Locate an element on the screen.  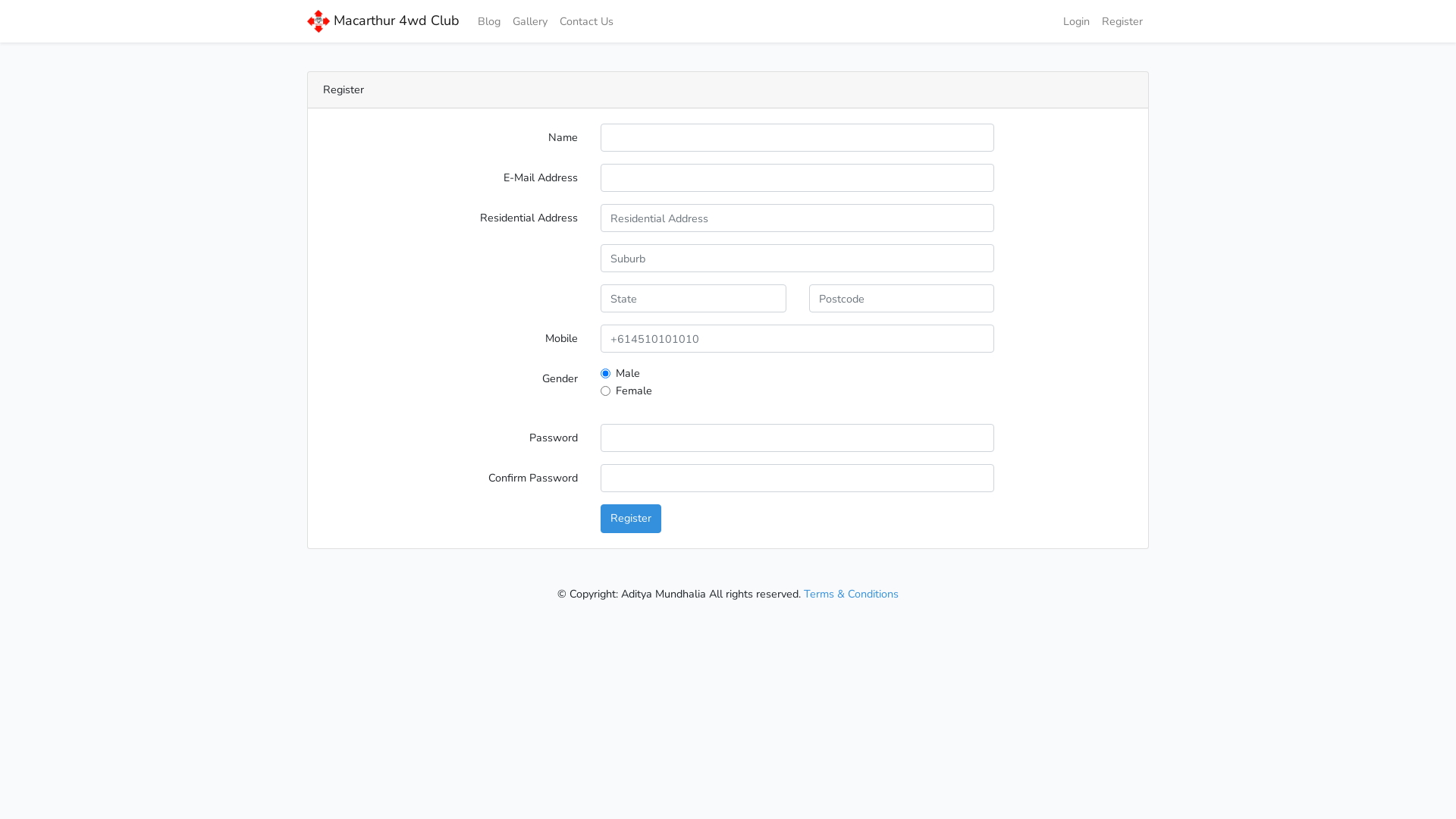
'Login' is located at coordinates (1075, 21).